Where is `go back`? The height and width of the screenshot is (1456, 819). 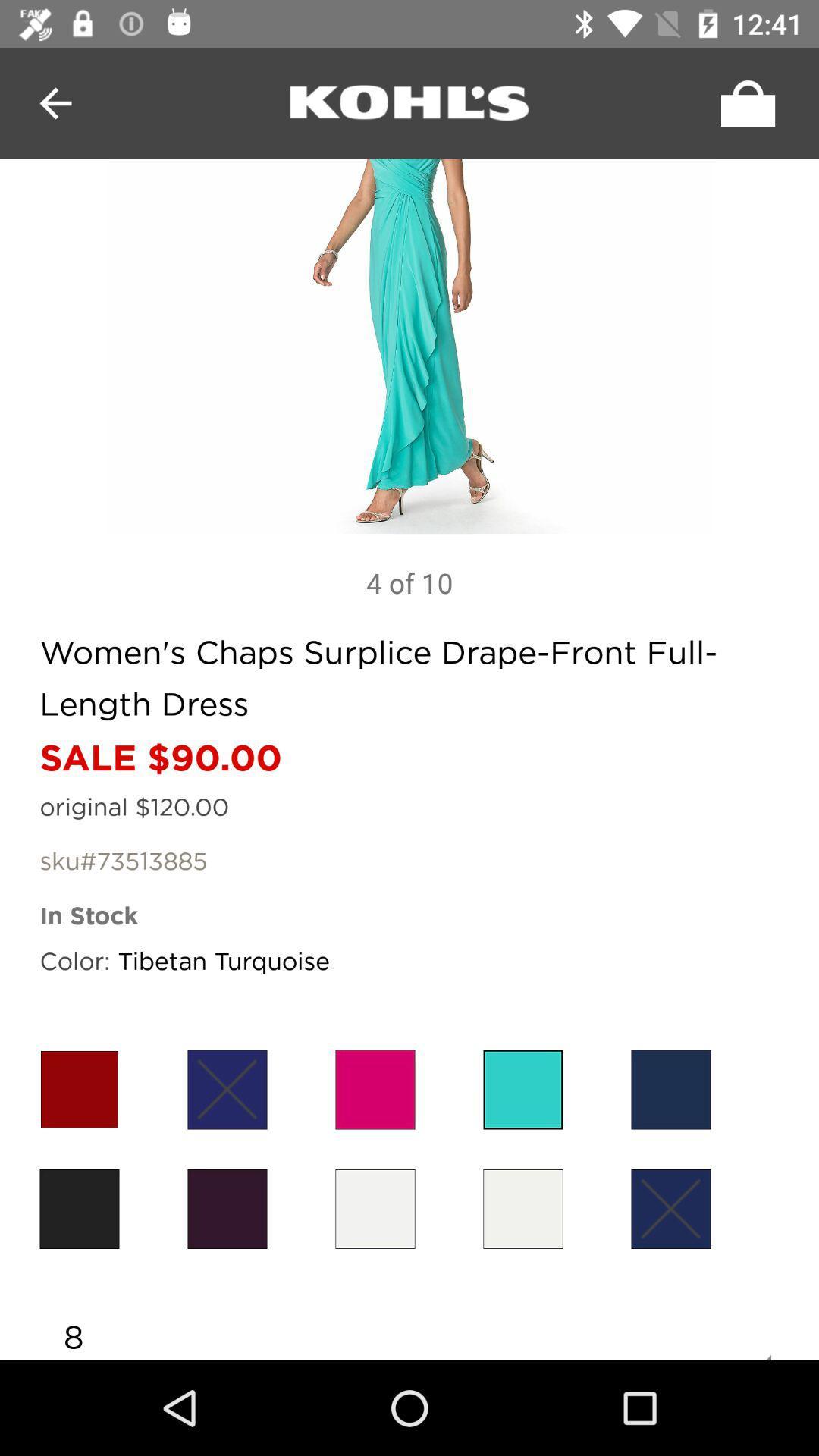
go back is located at coordinates (55, 102).